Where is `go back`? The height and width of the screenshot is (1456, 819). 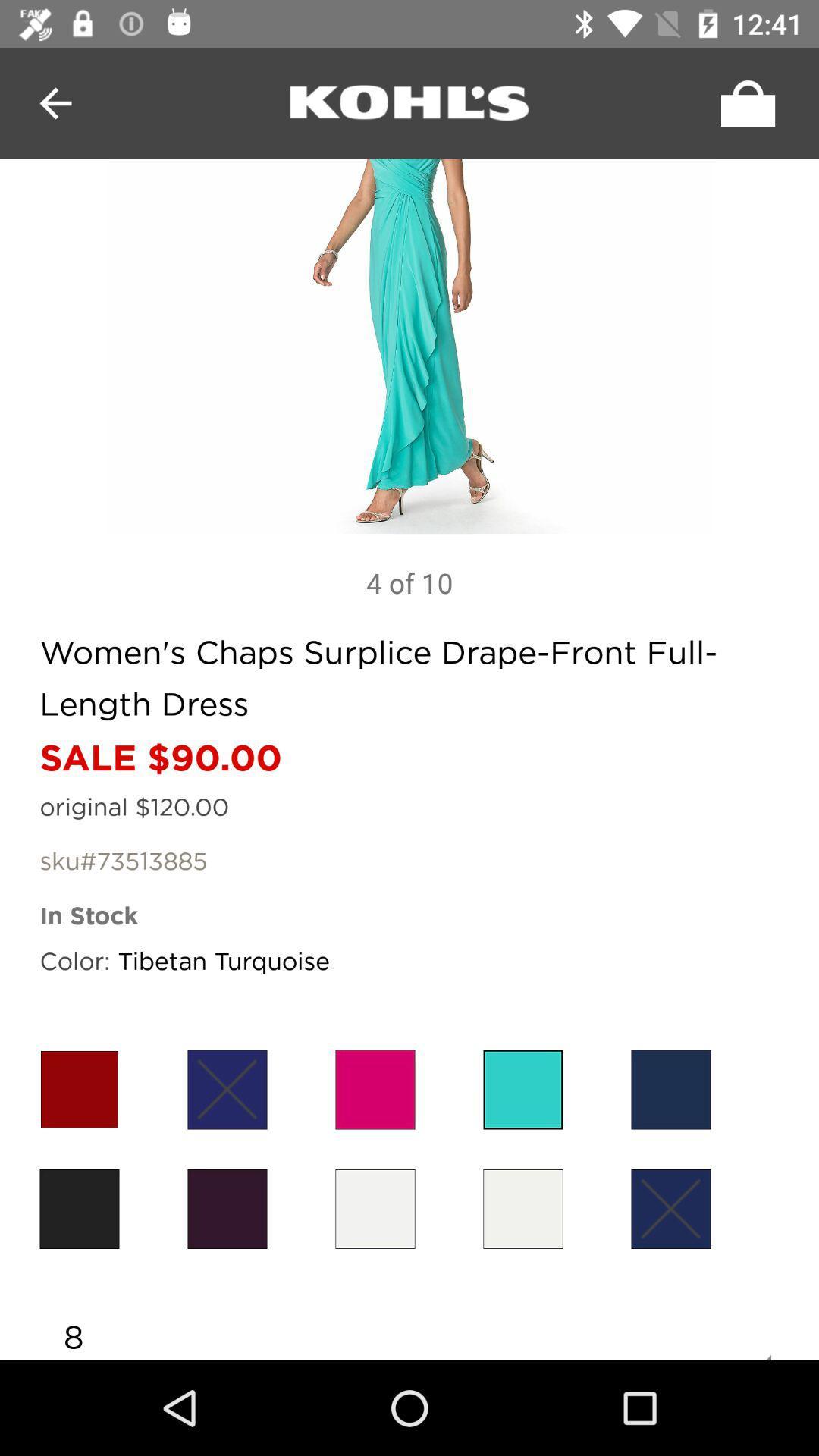
go back is located at coordinates (55, 102).